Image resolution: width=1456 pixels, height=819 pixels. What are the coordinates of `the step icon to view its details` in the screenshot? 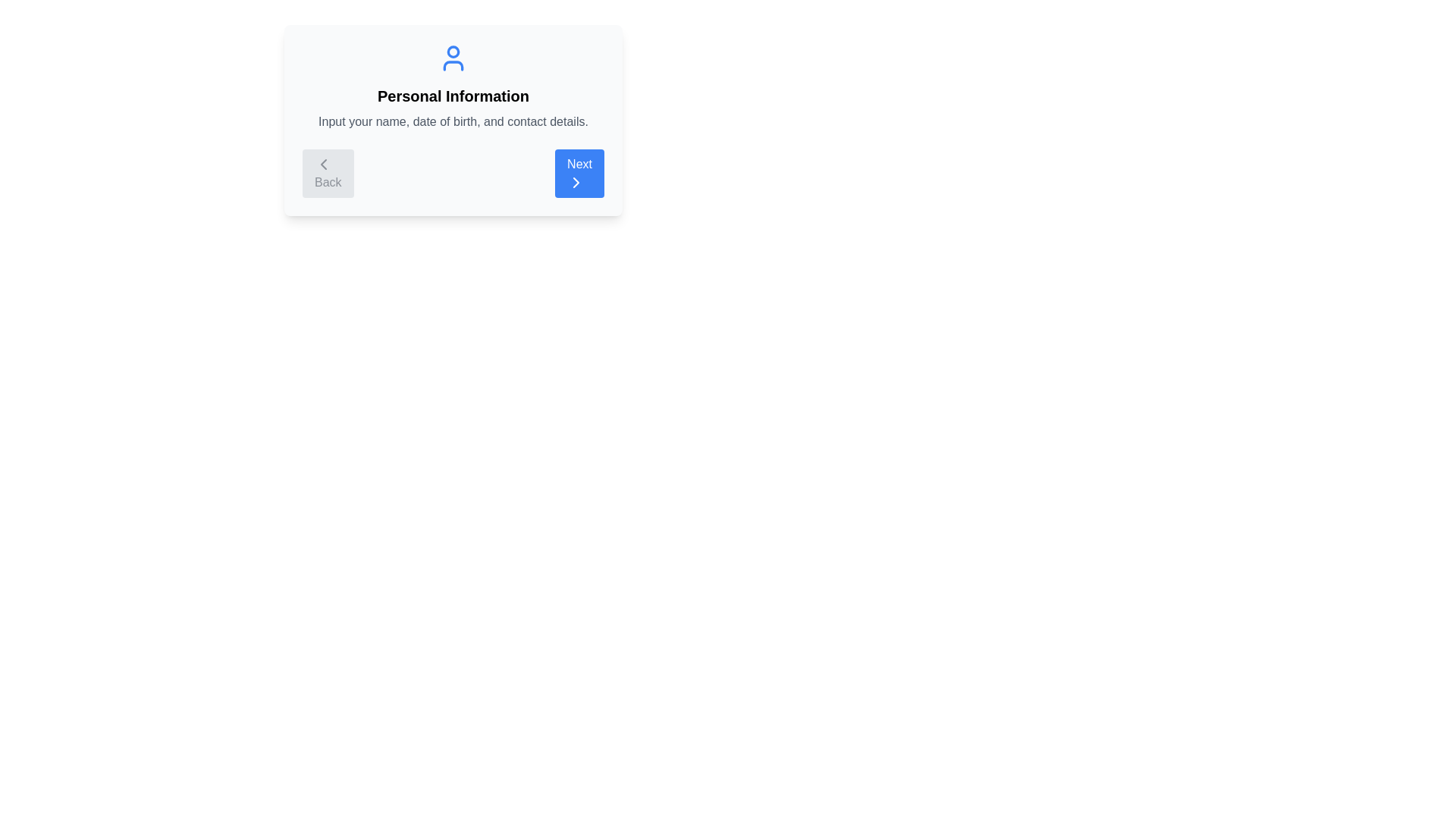 It's located at (453, 58).